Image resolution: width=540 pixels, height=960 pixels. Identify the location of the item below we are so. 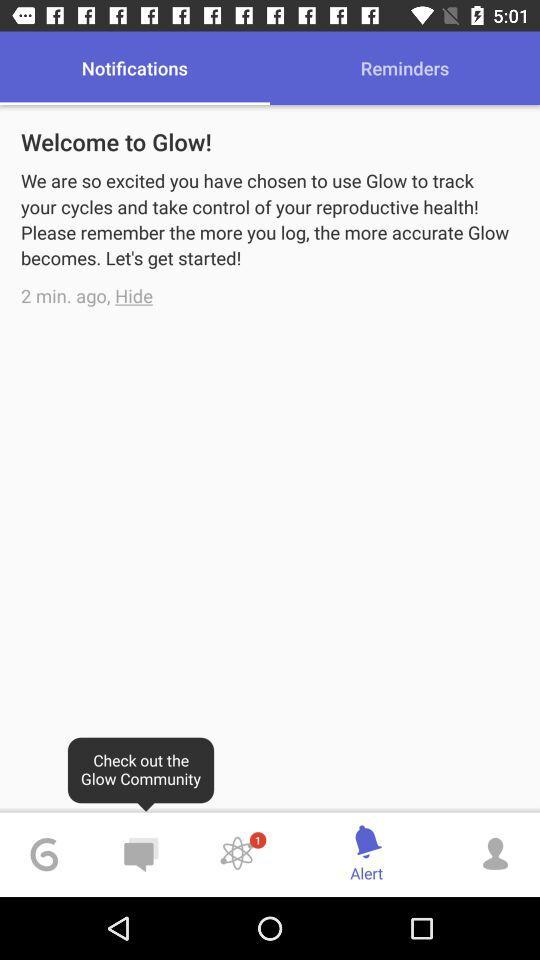
(134, 294).